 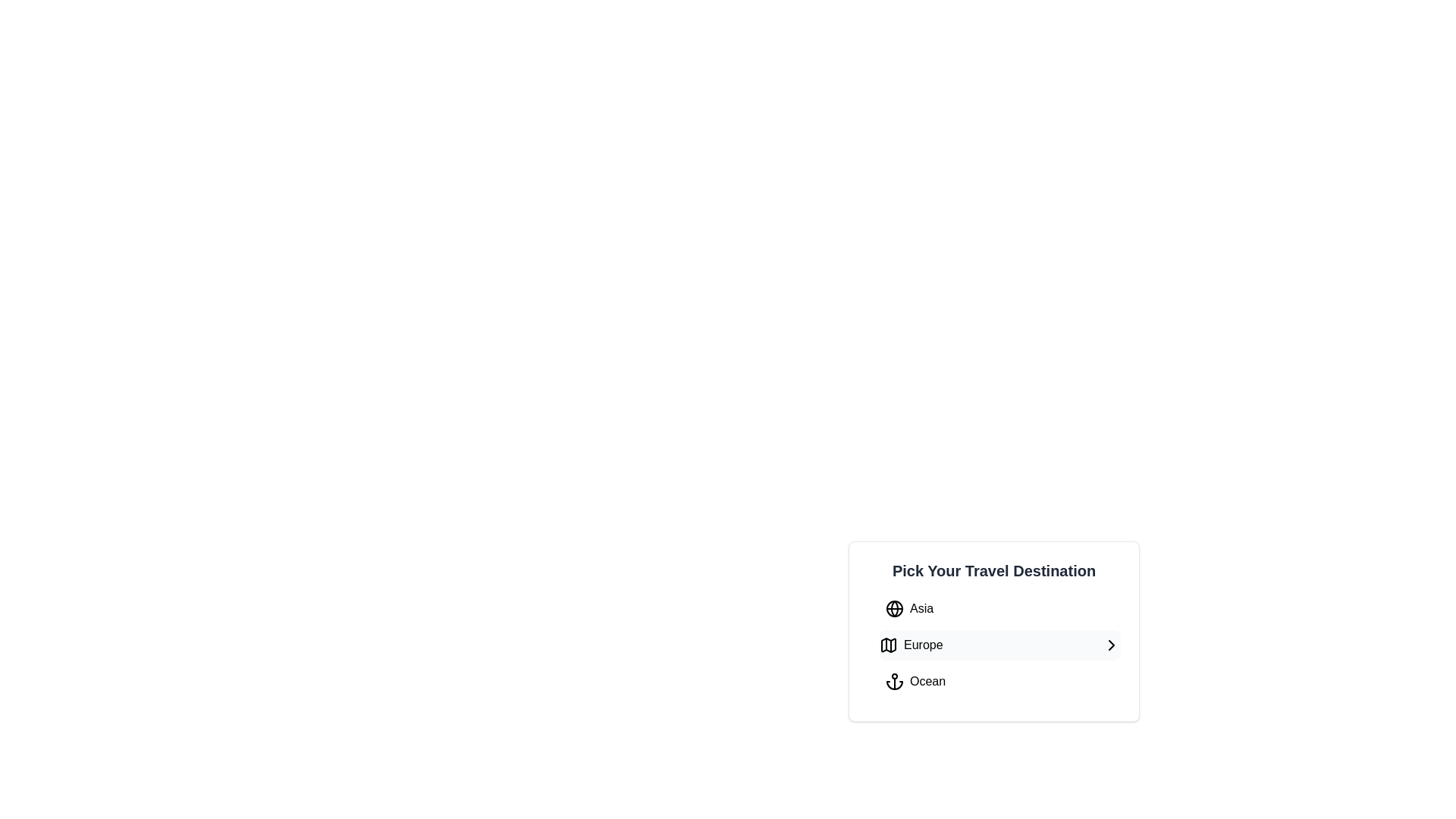 I want to click on to select the 'Europe' option from the list, which is the second entry positioned between 'Asia' and 'Ocean', so click(x=993, y=632).